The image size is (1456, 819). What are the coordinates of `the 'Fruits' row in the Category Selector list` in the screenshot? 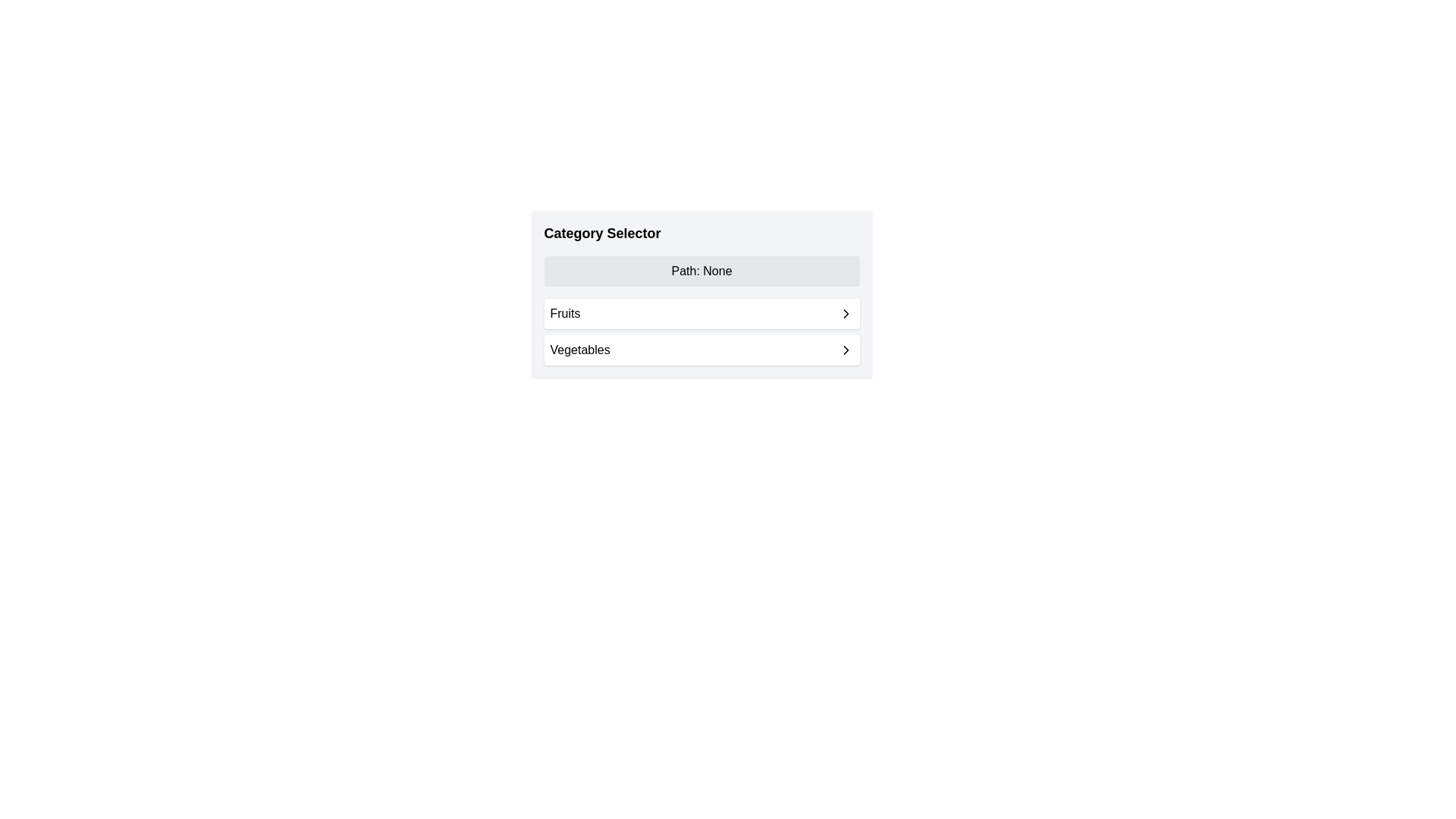 It's located at (701, 331).